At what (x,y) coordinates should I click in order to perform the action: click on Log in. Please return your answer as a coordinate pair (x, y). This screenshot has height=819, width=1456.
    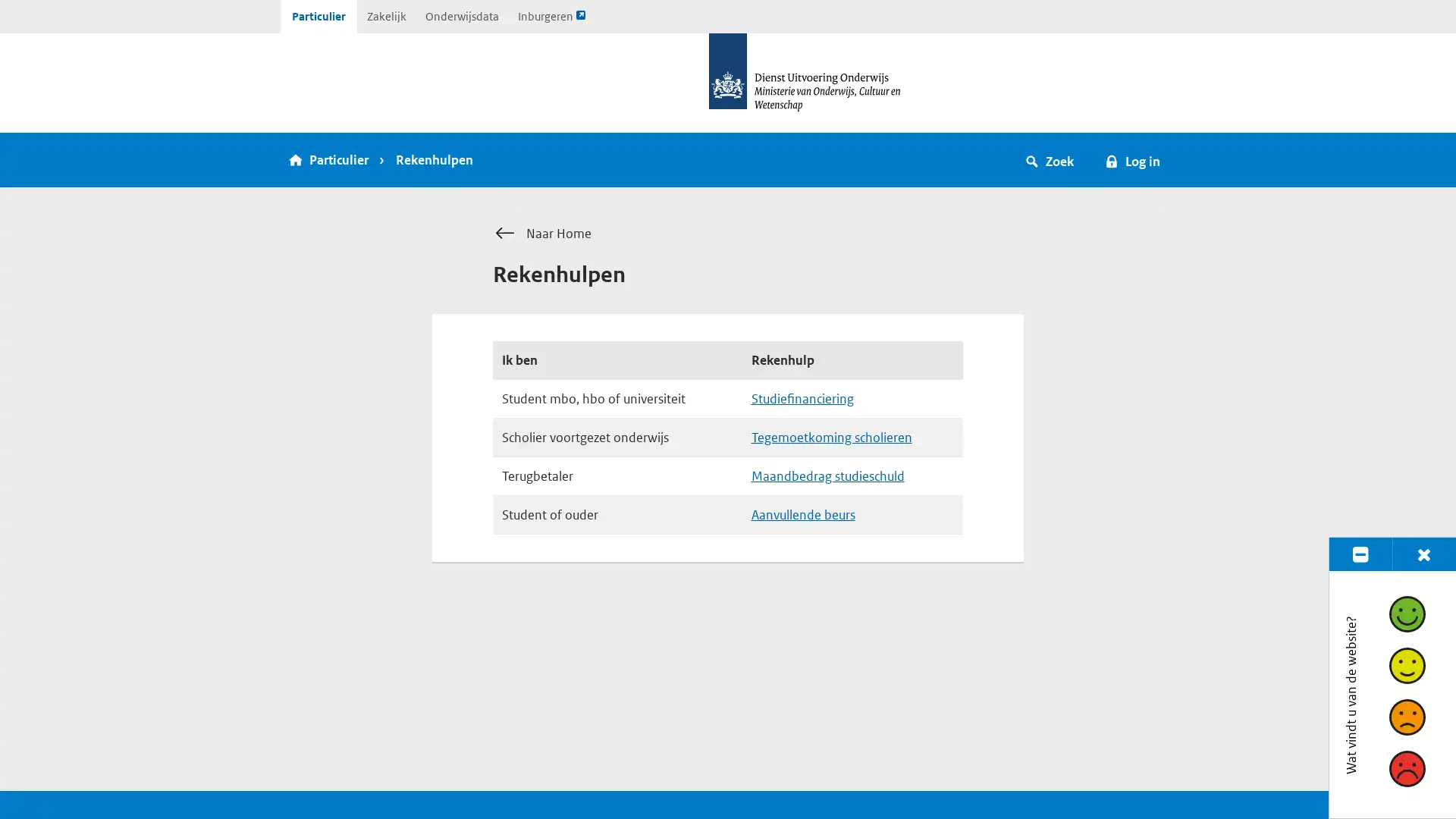
    Looking at the image, I should click on (1131, 160).